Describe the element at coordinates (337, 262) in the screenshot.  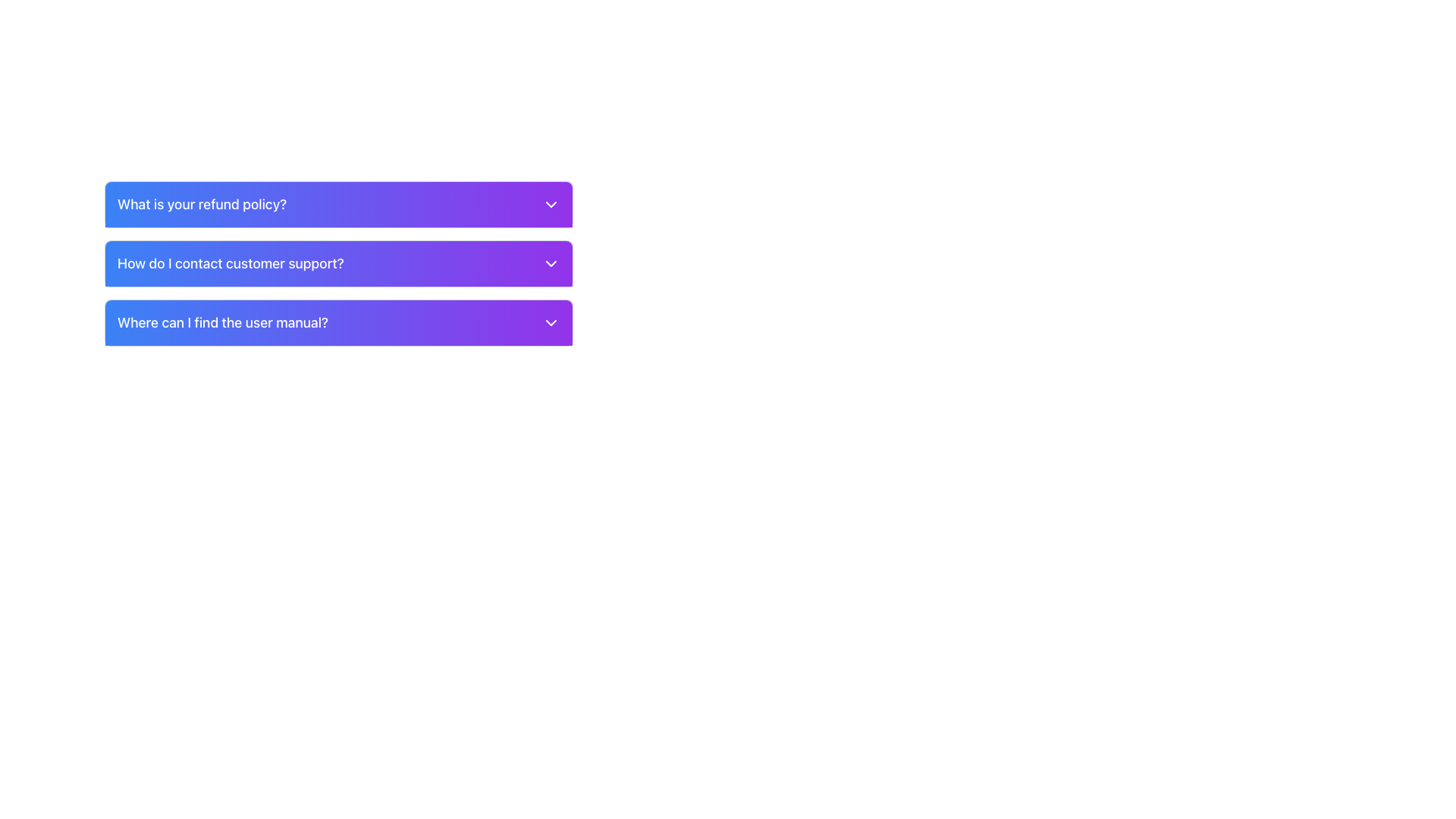
I see `the interactive dropdown header element that contains the text 'How do I contact customer support?' and a chevron-down icon` at that location.